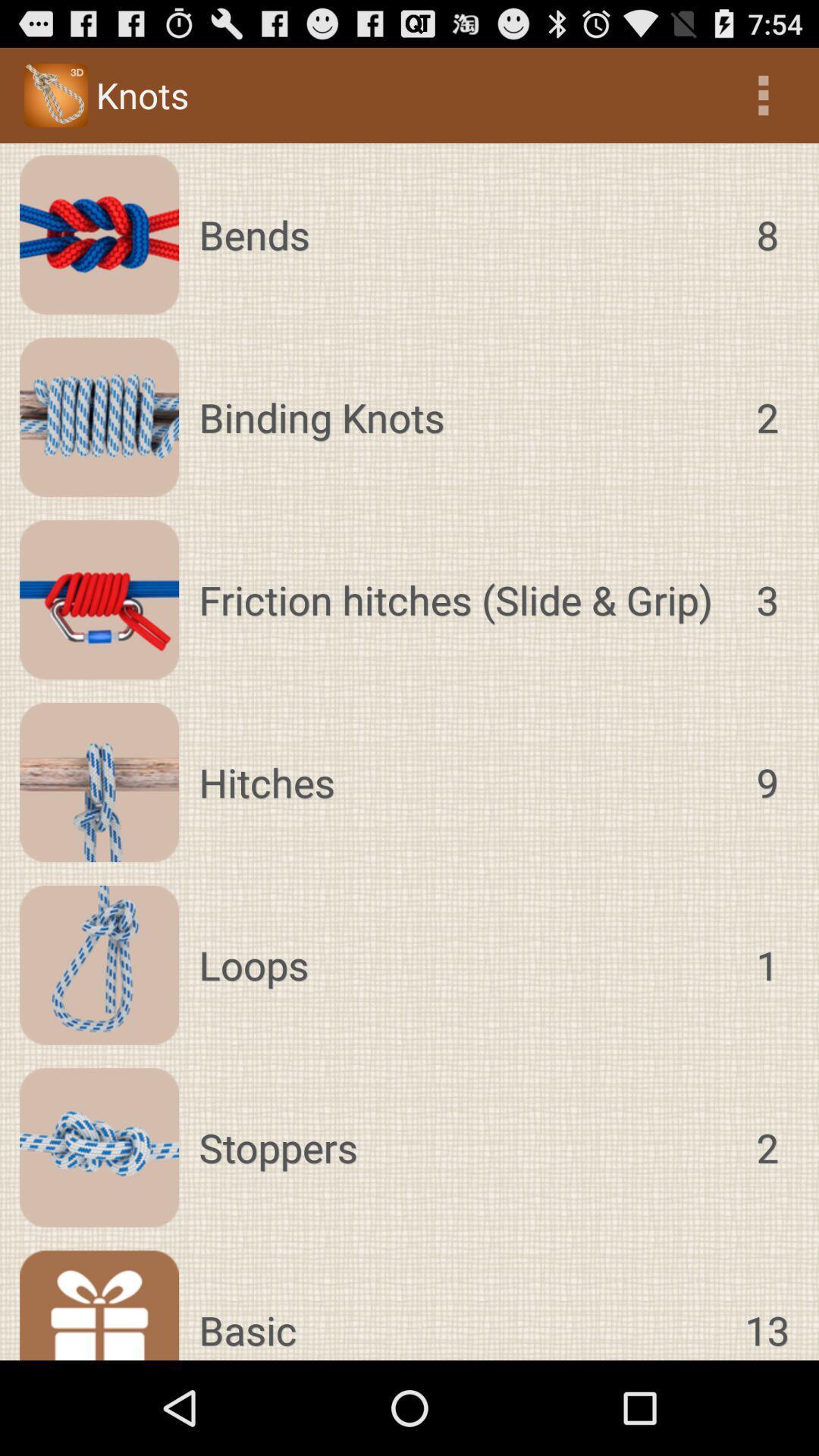 This screenshot has width=819, height=1456. I want to click on app next to 8 icon, so click(462, 234).